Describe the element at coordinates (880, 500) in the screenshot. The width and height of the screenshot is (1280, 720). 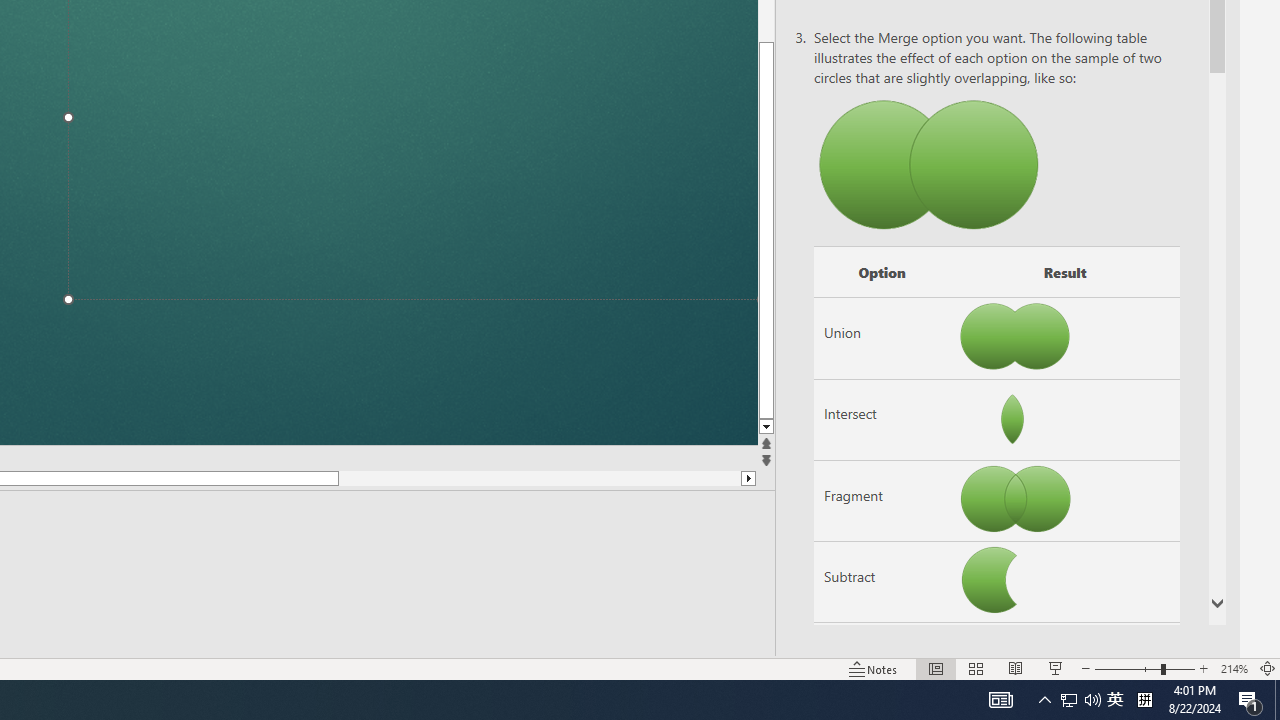
I see `'Fragment'` at that location.